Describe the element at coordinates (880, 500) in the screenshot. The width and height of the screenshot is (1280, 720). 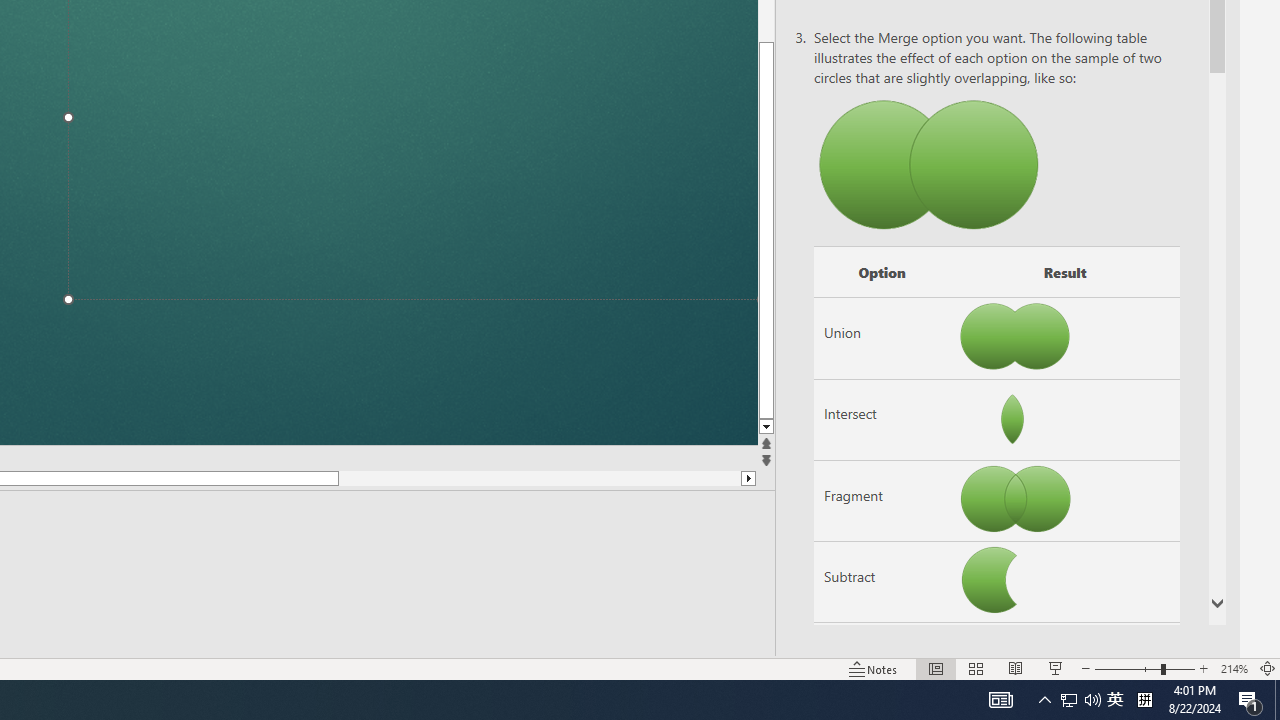
I see `'Fragment'` at that location.